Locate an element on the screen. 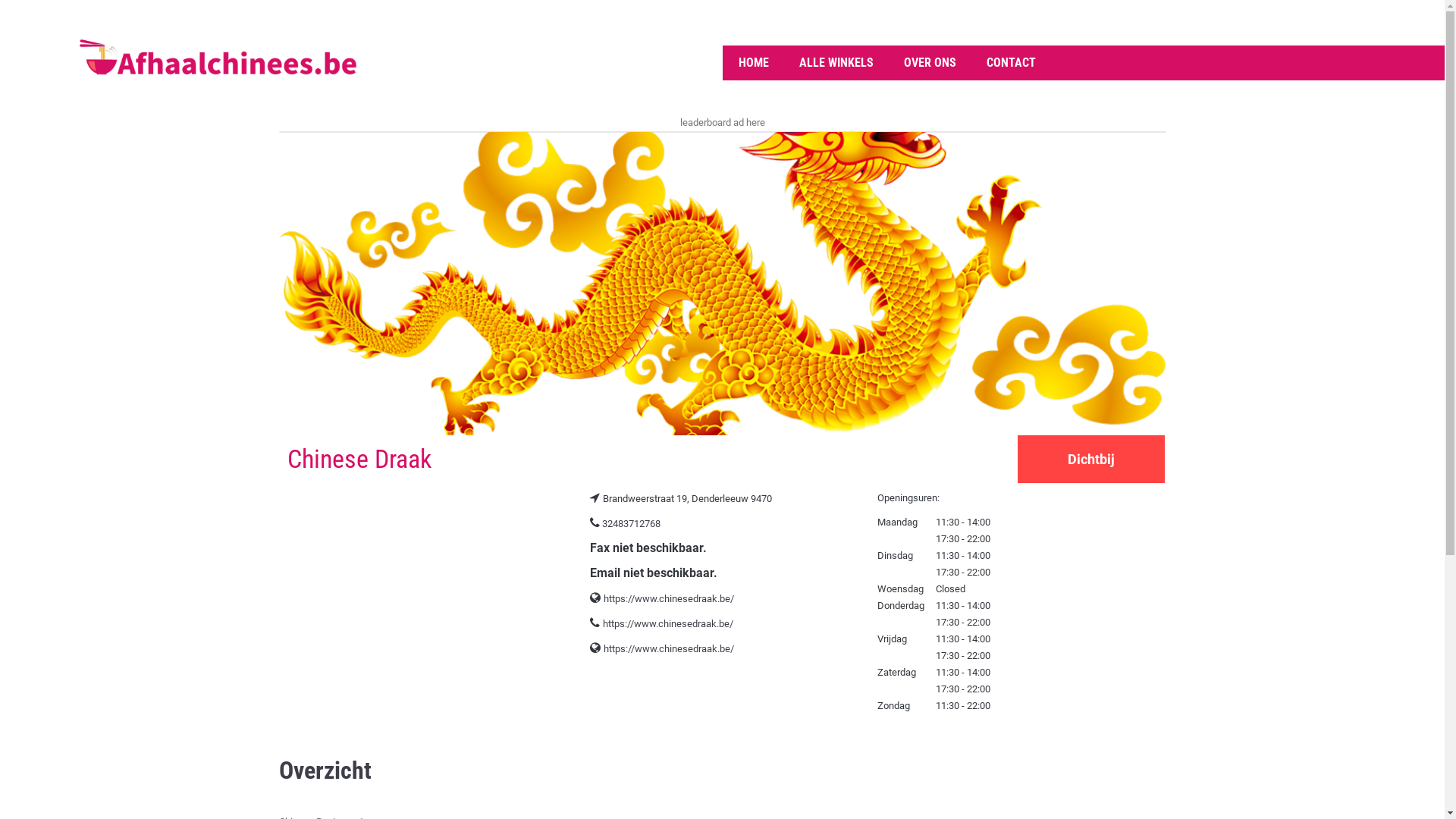 The image size is (1456, 819). 'CONTACT' is located at coordinates (1010, 62).